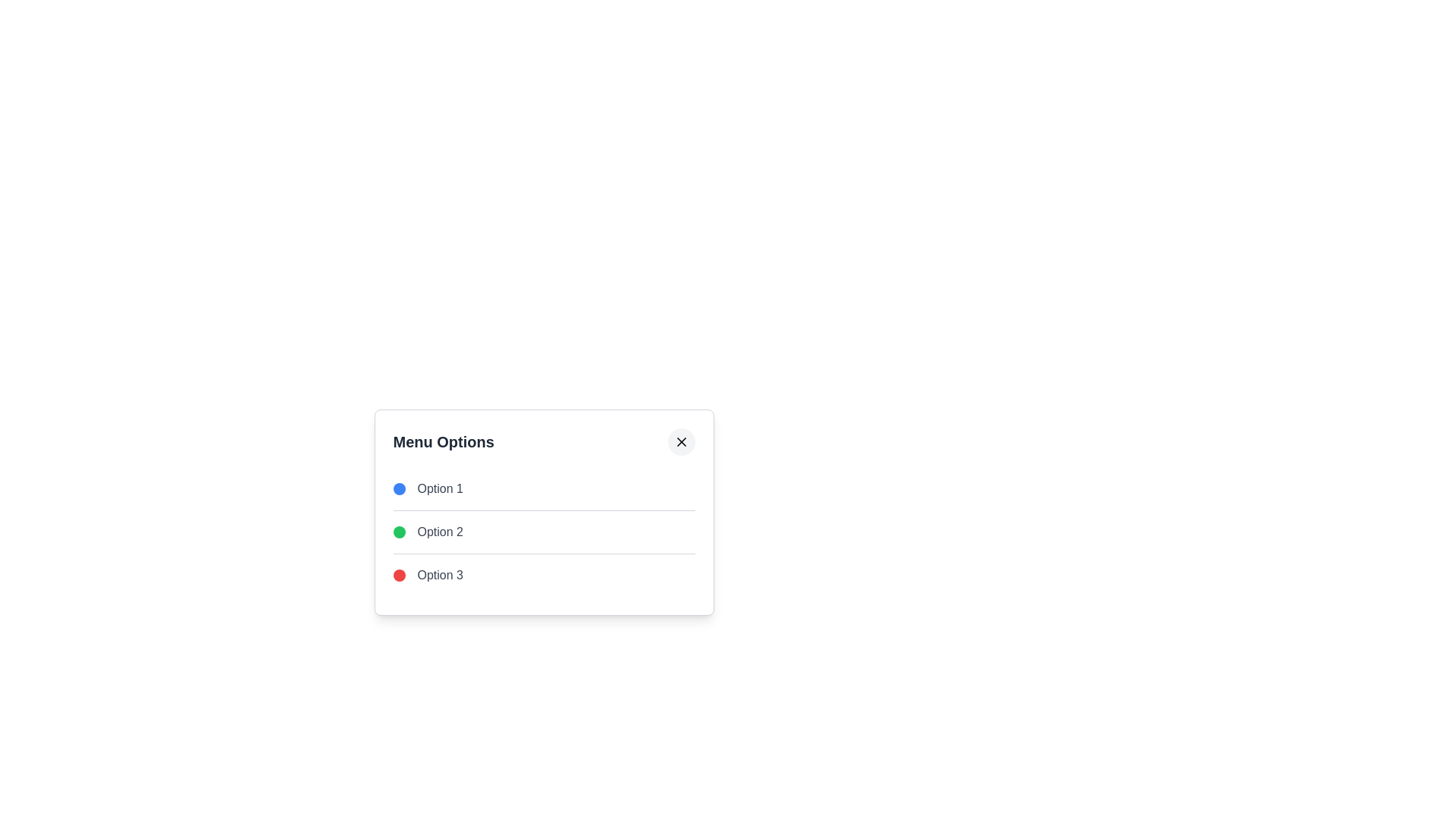  I want to click on the second diagonal line of the 'X' icon located in the top-right corner of the 'Menu Options' dialog box, so click(680, 441).